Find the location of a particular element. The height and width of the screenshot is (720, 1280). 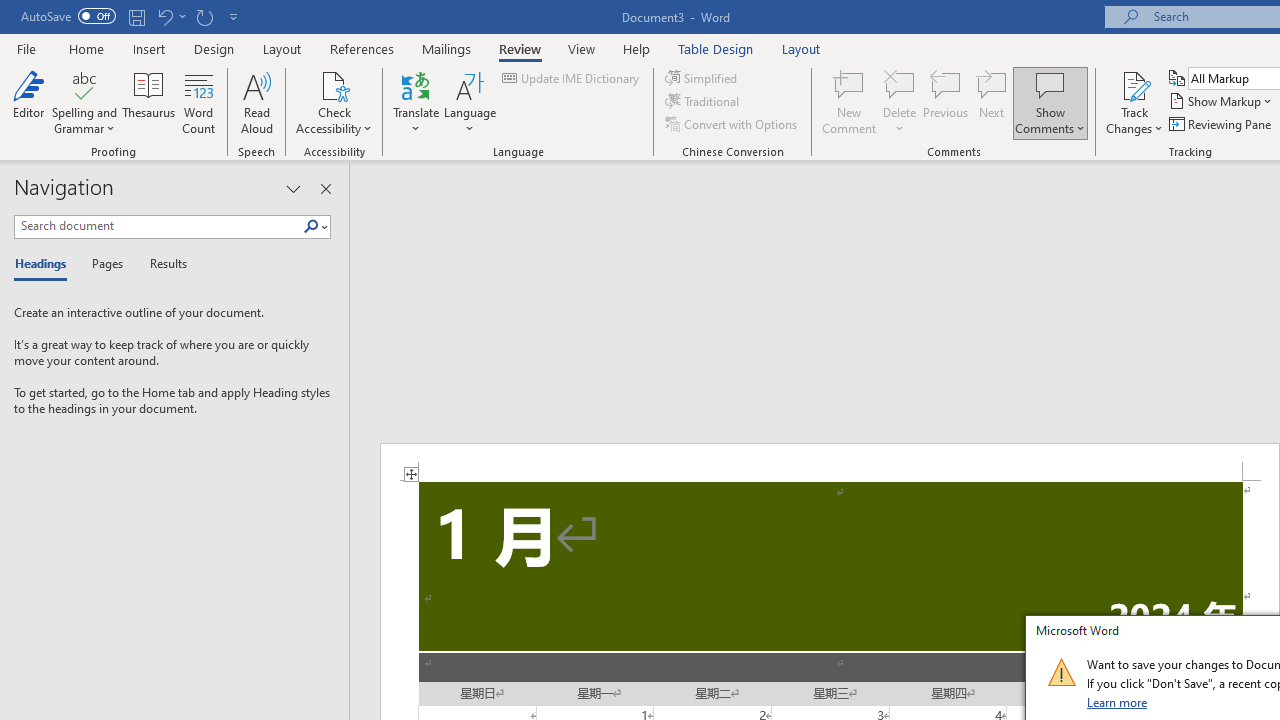

'Spelling and Grammar' is located at coordinates (84, 103).